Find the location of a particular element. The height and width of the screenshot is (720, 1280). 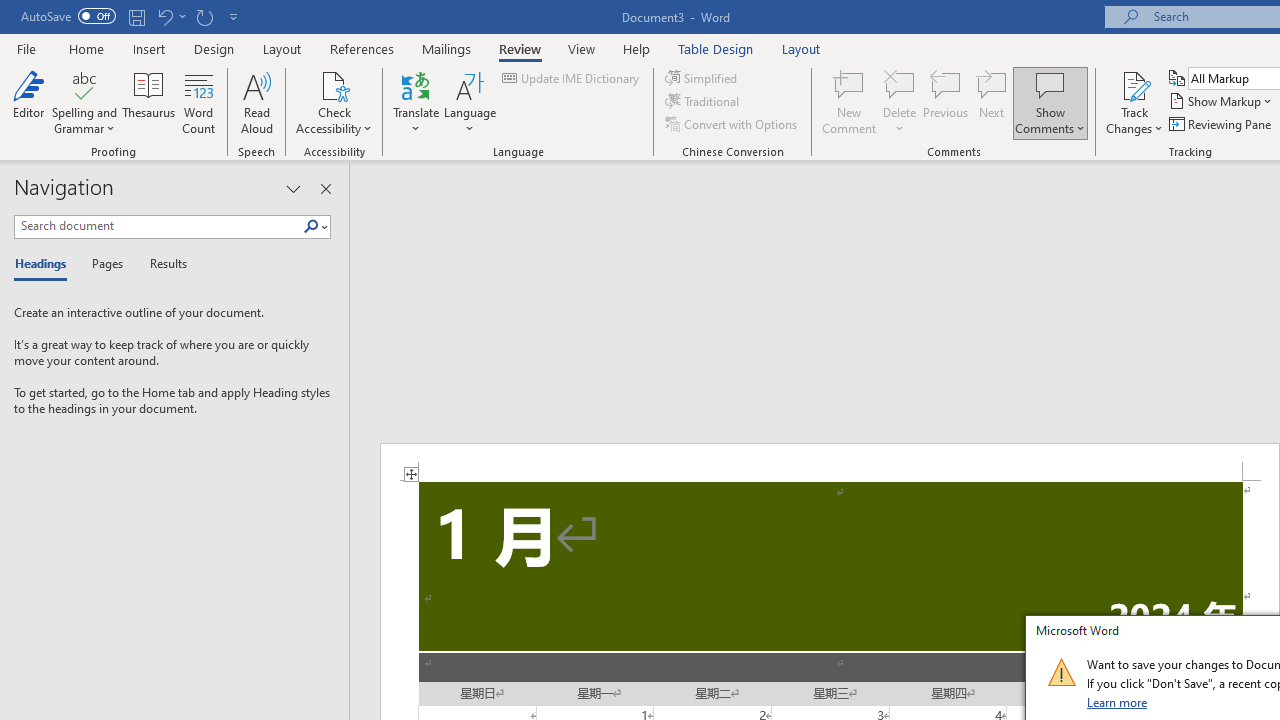

'Spelling and Grammar' is located at coordinates (84, 103).